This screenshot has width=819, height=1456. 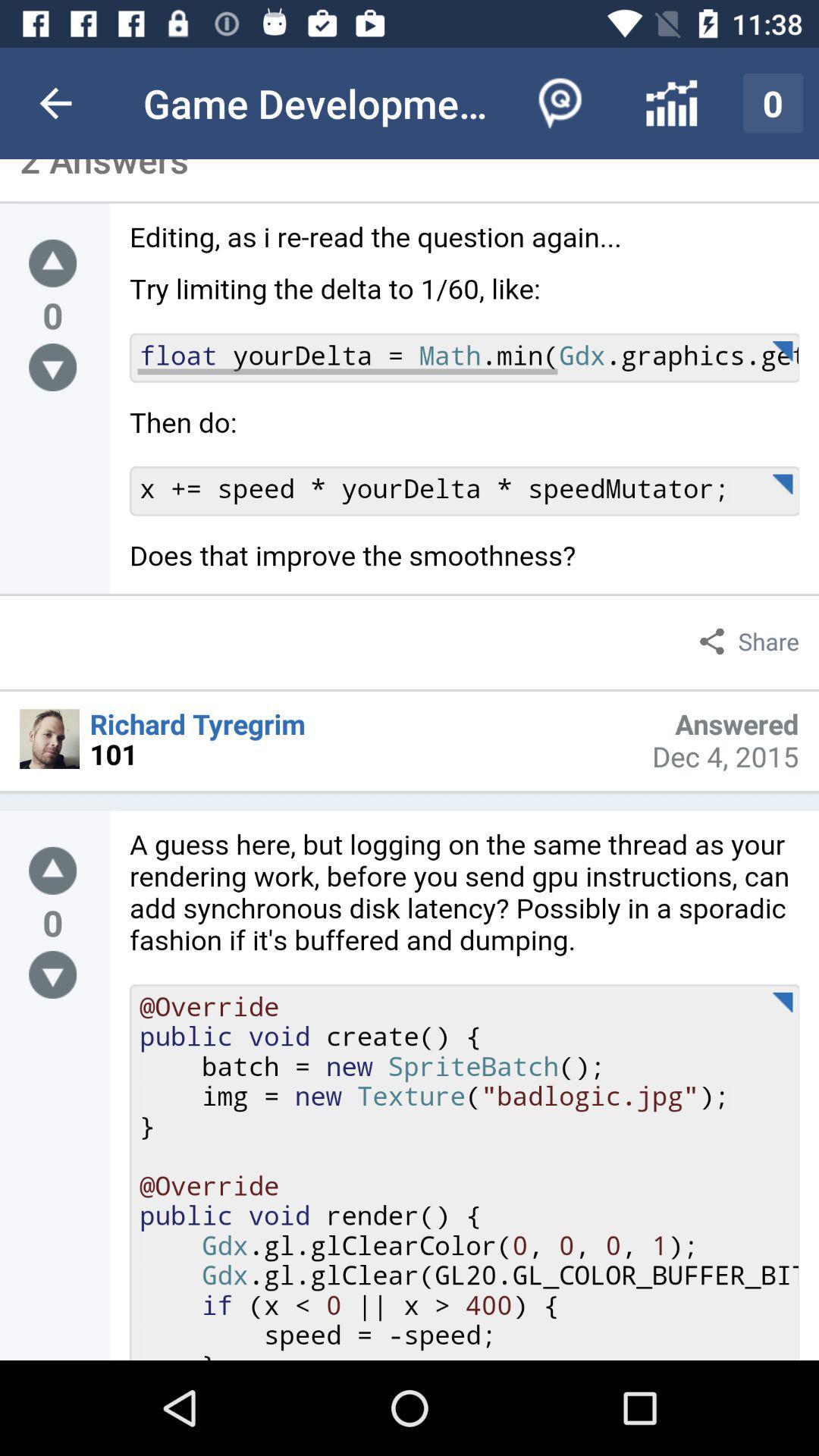 What do you see at coordinates (49, 739) in the screenshot?
I see `this profile` at bounding box center [49, 739].